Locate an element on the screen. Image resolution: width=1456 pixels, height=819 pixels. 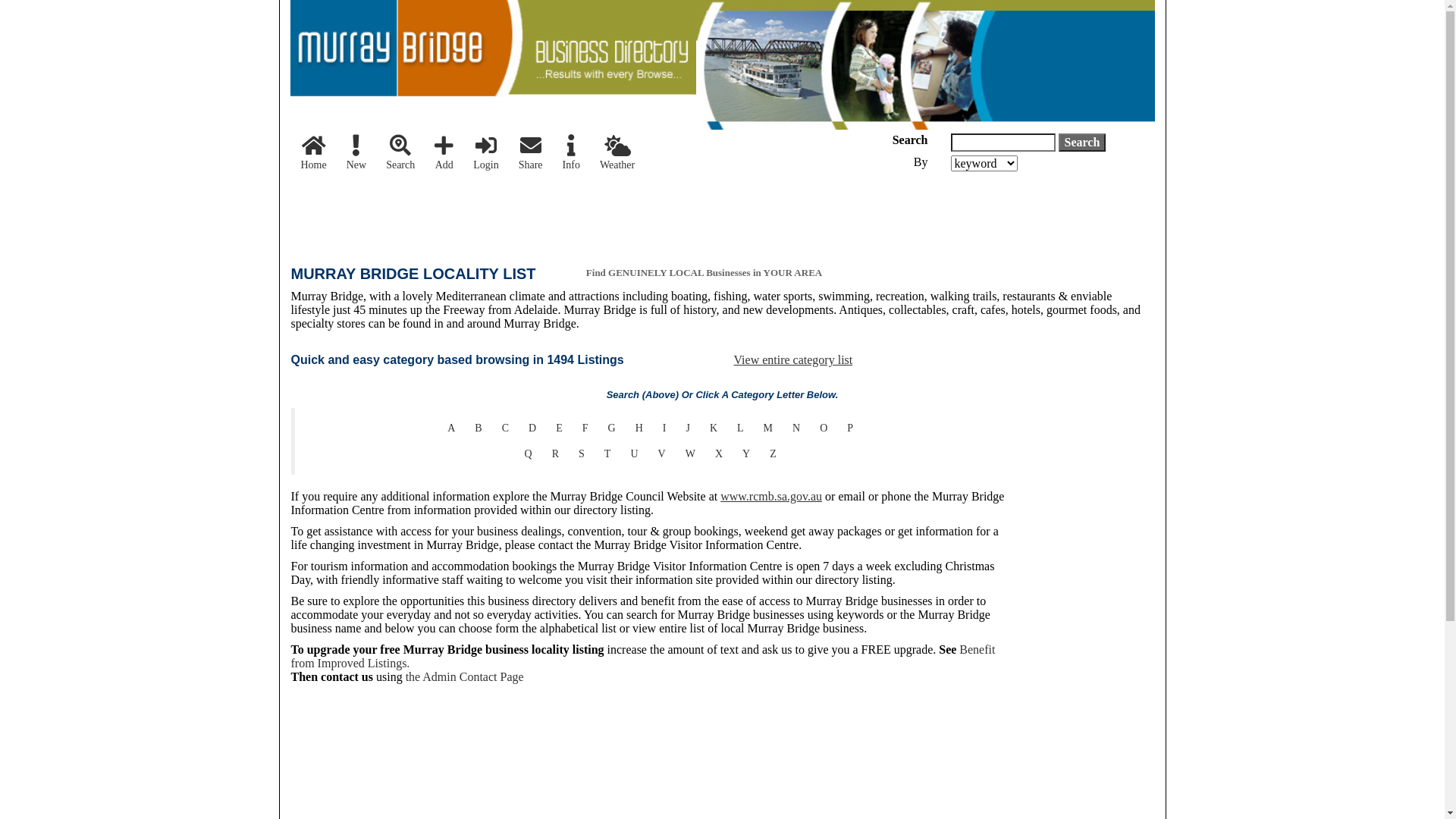
'Y' is located at coordinates (745, 453).